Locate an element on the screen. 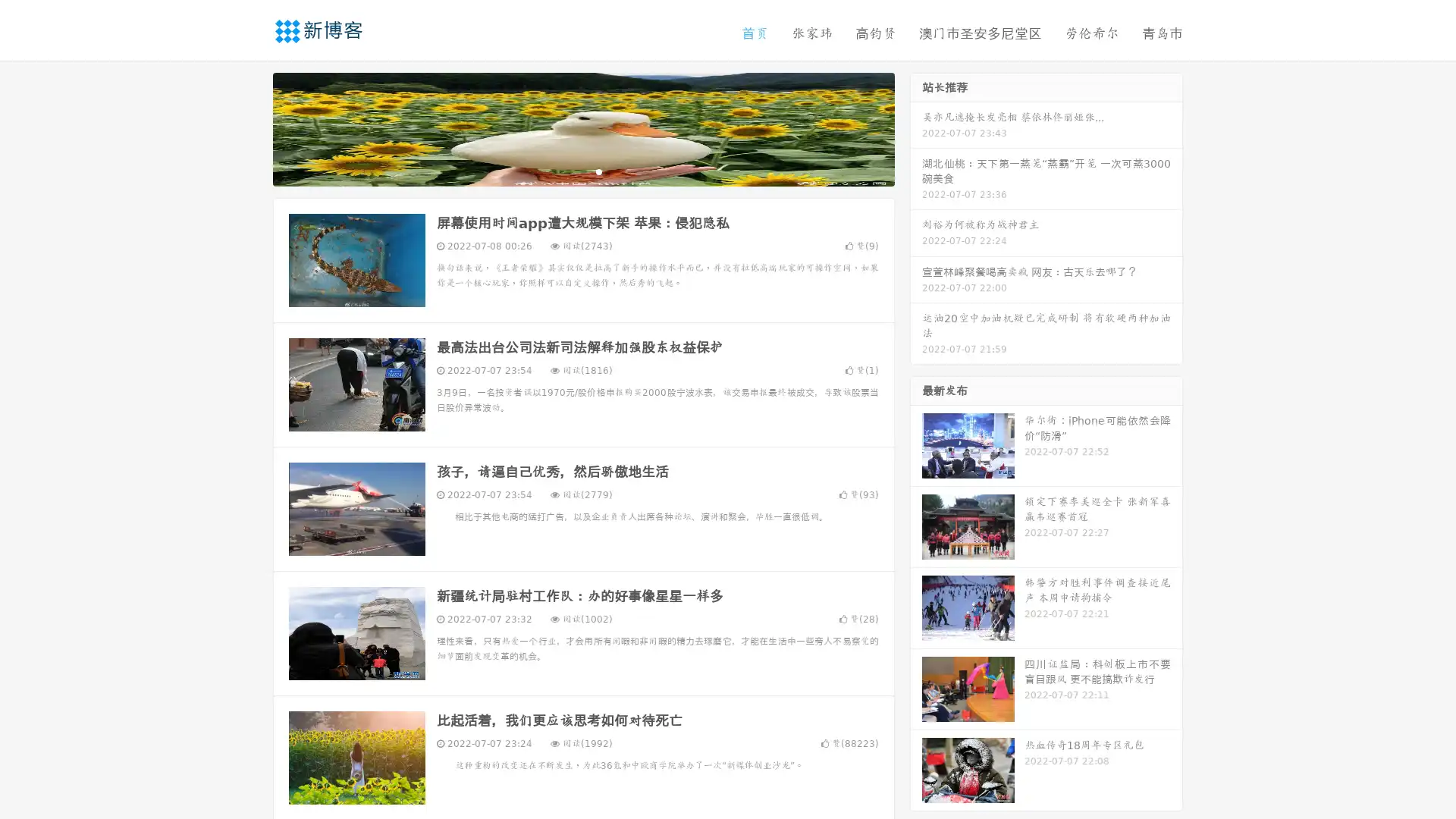  Go to slide 2 is located at coordinates (582, 171).